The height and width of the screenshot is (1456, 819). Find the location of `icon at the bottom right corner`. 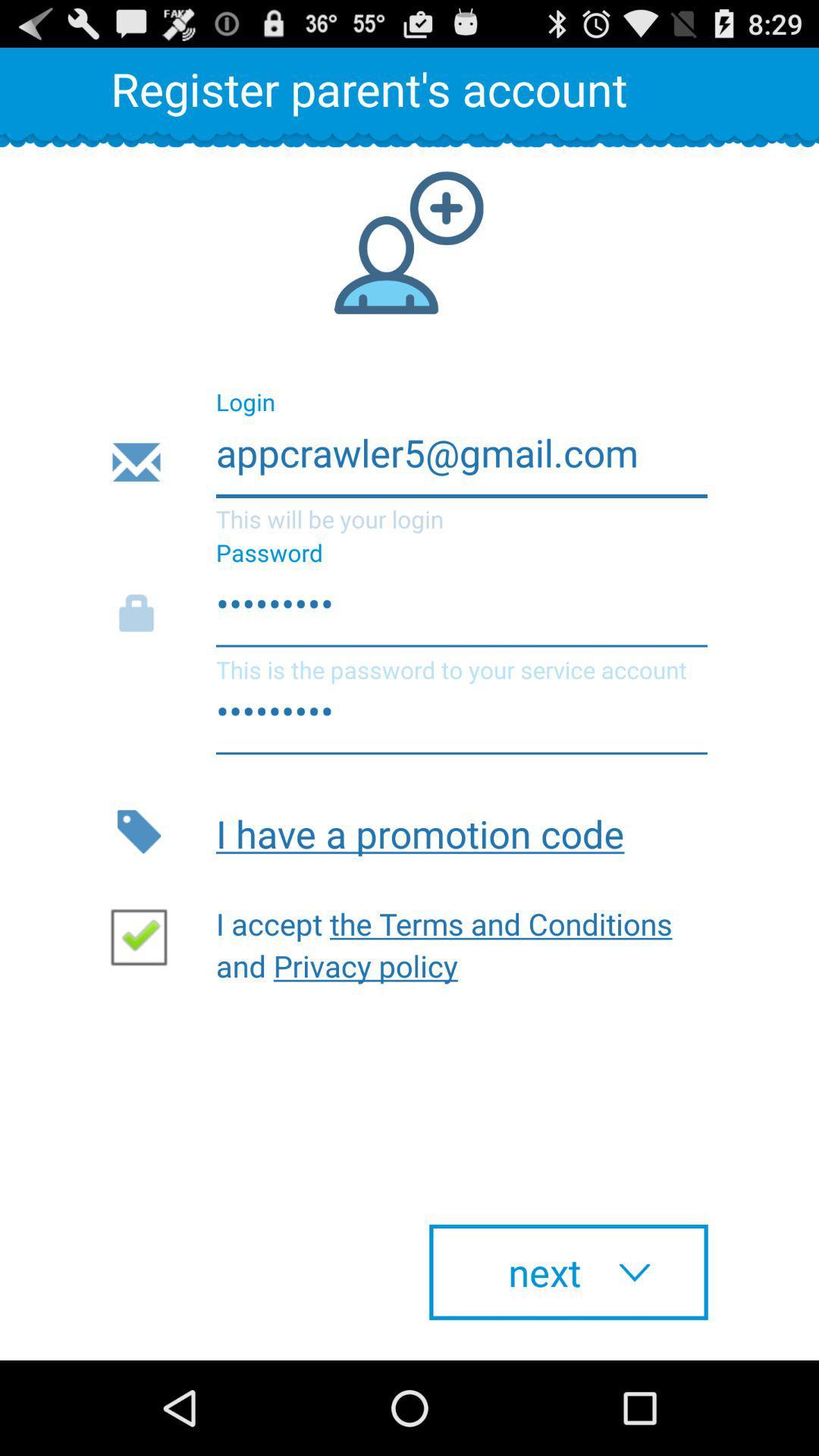

icon at the bottom right corner is located at coordinates (568, 1272).